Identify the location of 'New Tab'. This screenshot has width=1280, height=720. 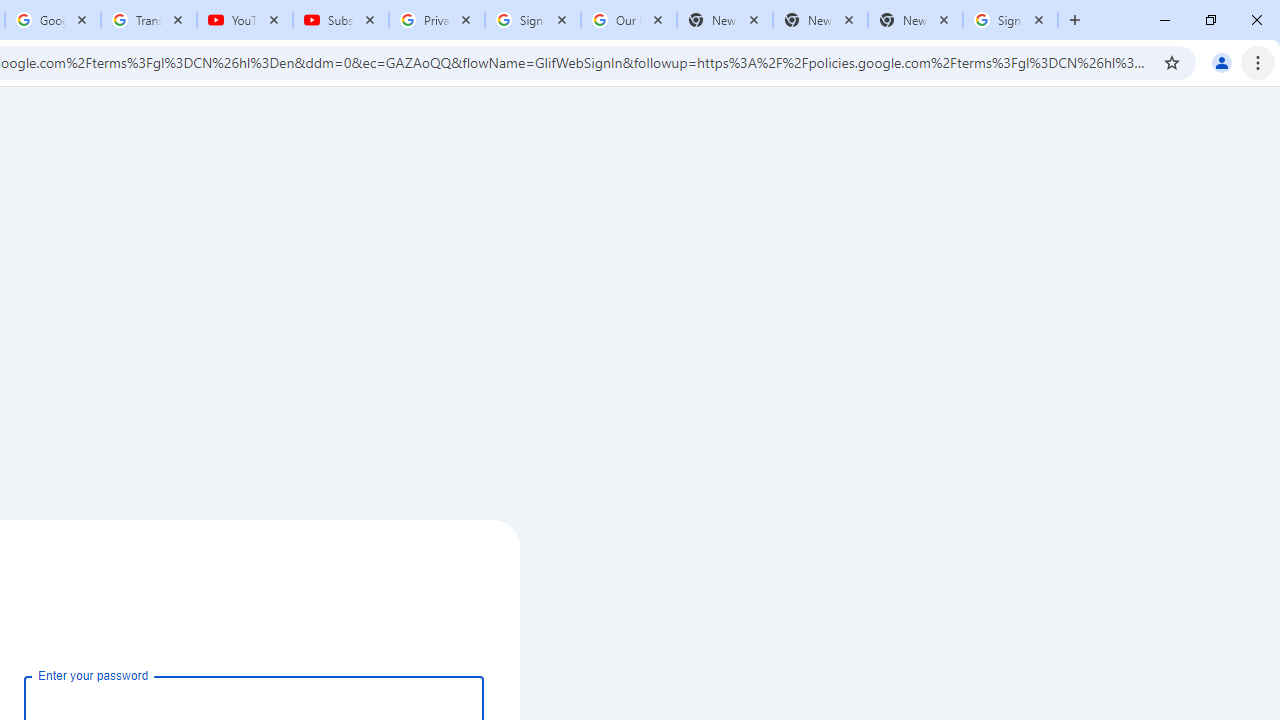
(914, 20).